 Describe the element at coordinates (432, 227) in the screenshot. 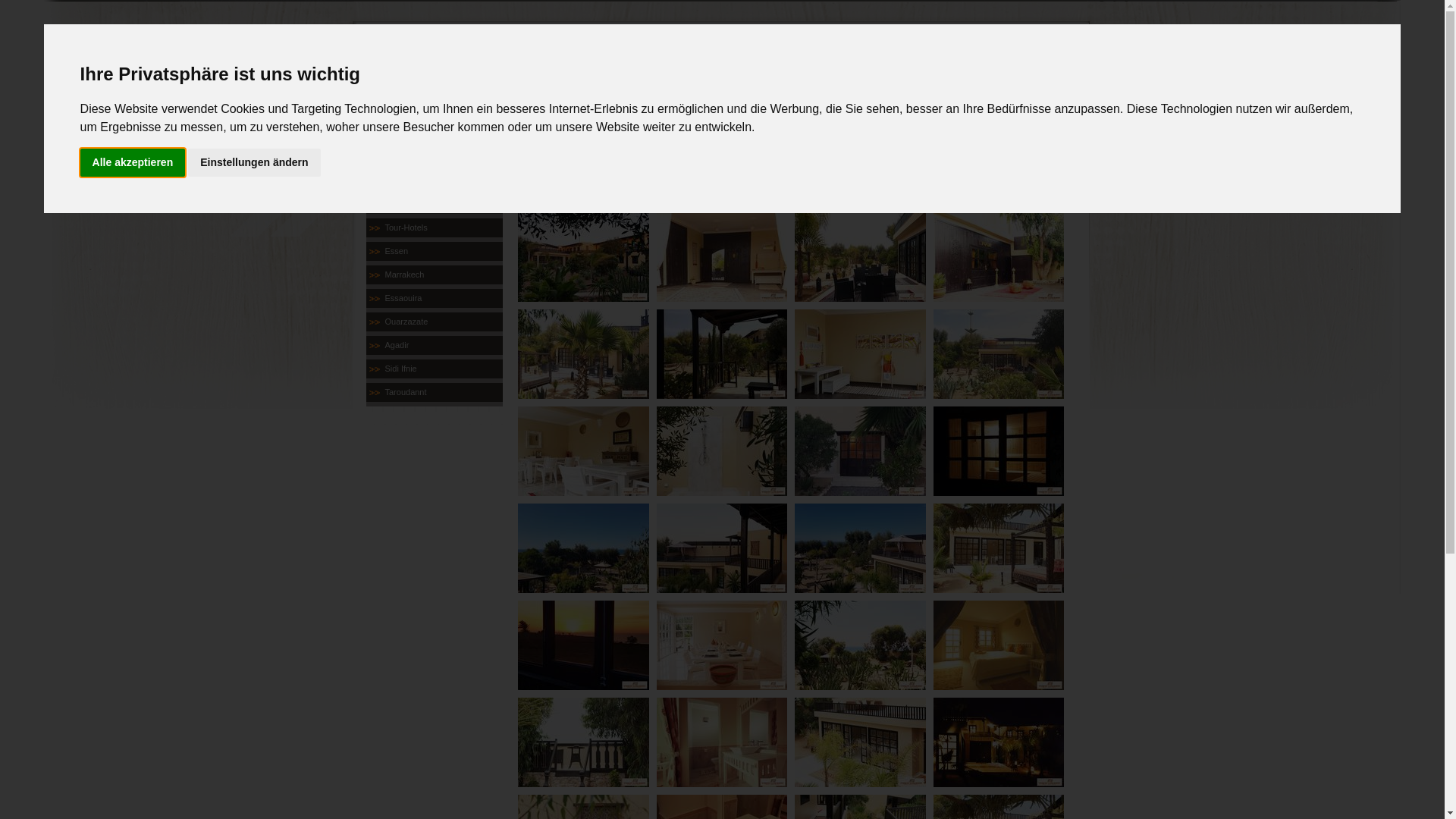

I see `'Tour-Hotels'` at that location.